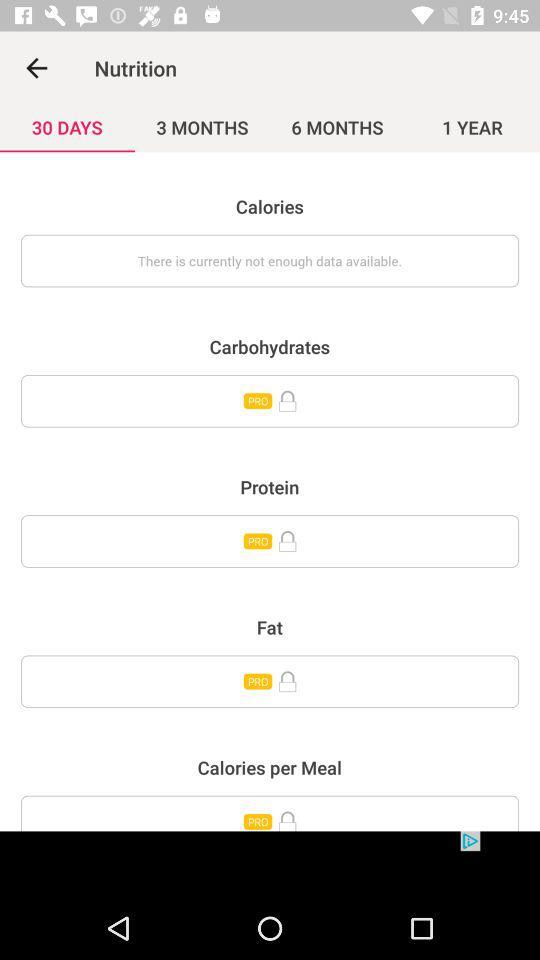 The image size is (540, 960). I want to click on open to know, so click(270, 541).